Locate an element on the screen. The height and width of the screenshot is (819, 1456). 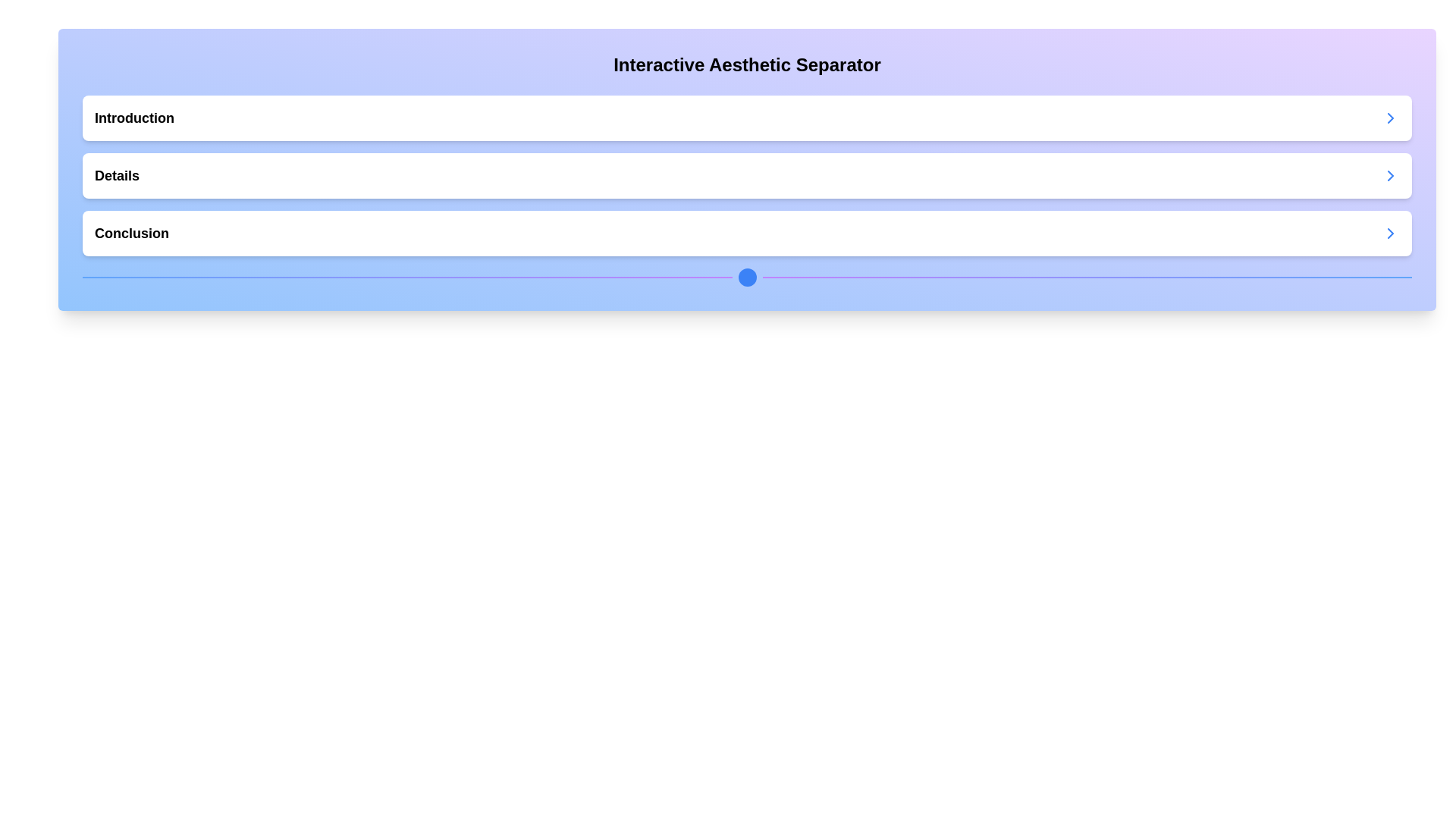
the 'Details' section located in the middle of the vertically-stacked layout under 'Interactive Aesthetic Separator' is located at coordinates (747, 174).